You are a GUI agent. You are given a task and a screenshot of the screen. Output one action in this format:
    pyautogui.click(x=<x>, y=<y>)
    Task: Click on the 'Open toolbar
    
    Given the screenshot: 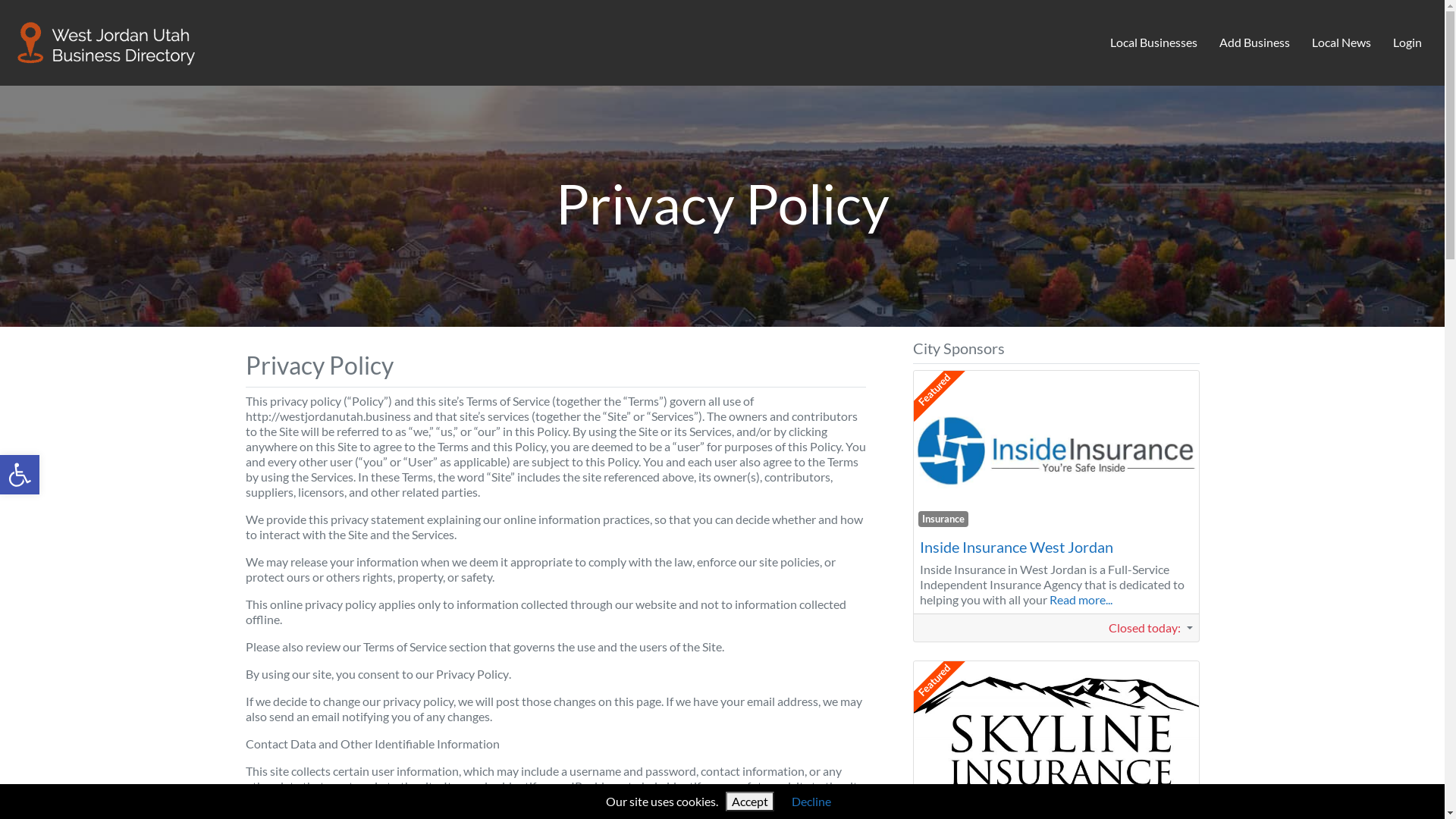 What is the action you would take?
    pyautogui.click(x=19, y=473)
    